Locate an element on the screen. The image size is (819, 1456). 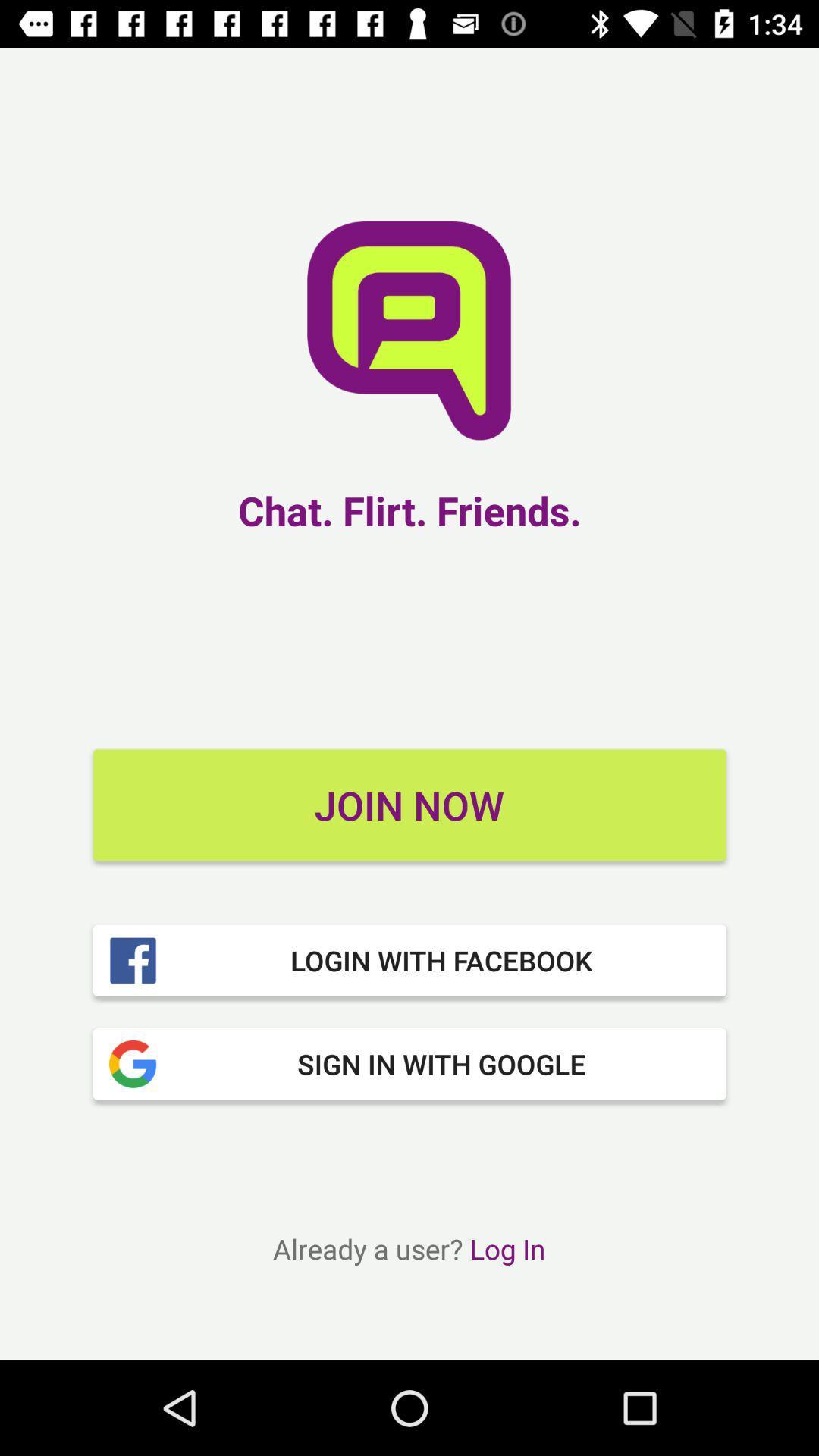
the sign in with is located at coordinates (409, 1063).